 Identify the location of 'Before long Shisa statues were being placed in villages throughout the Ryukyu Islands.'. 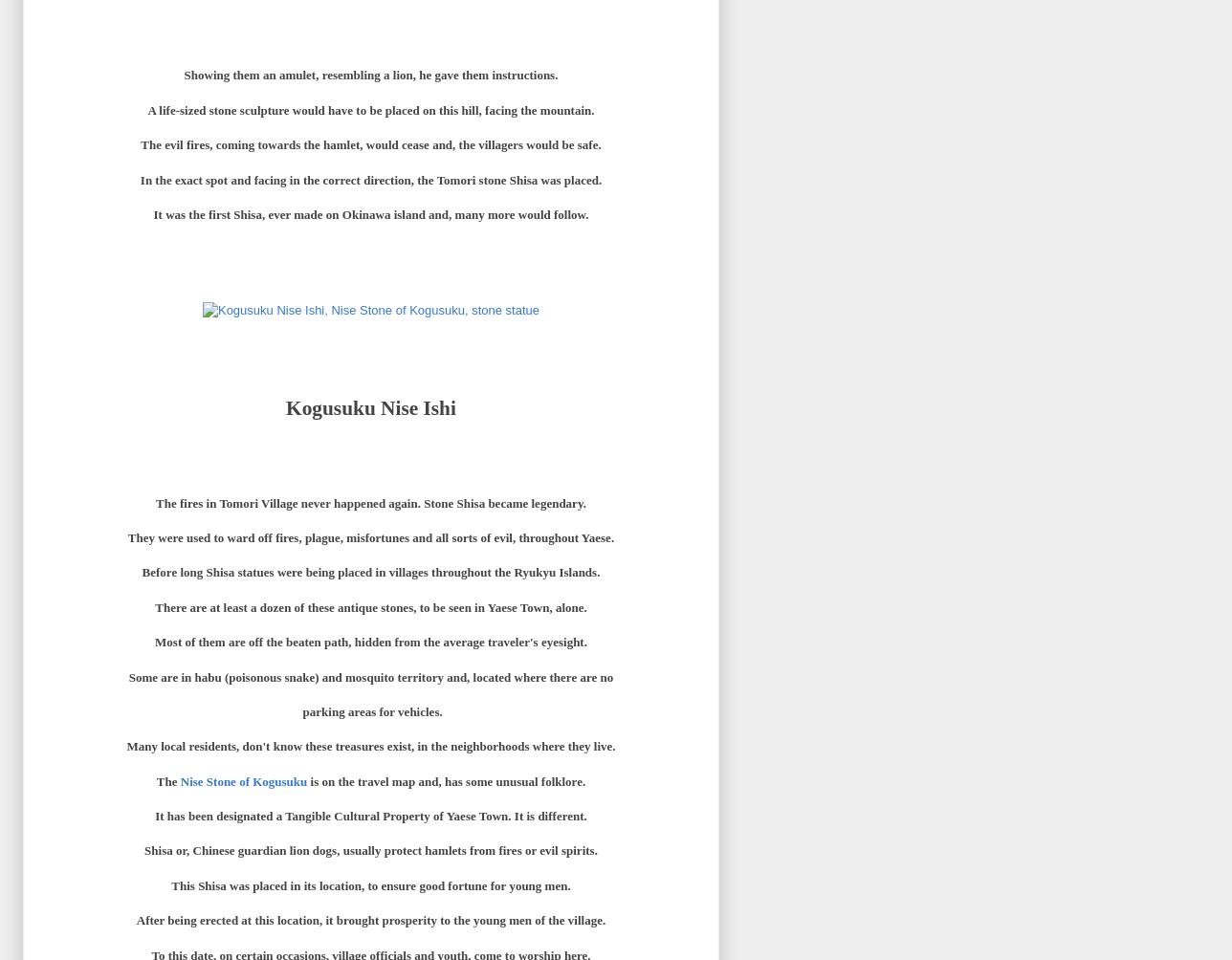
(370, 572).